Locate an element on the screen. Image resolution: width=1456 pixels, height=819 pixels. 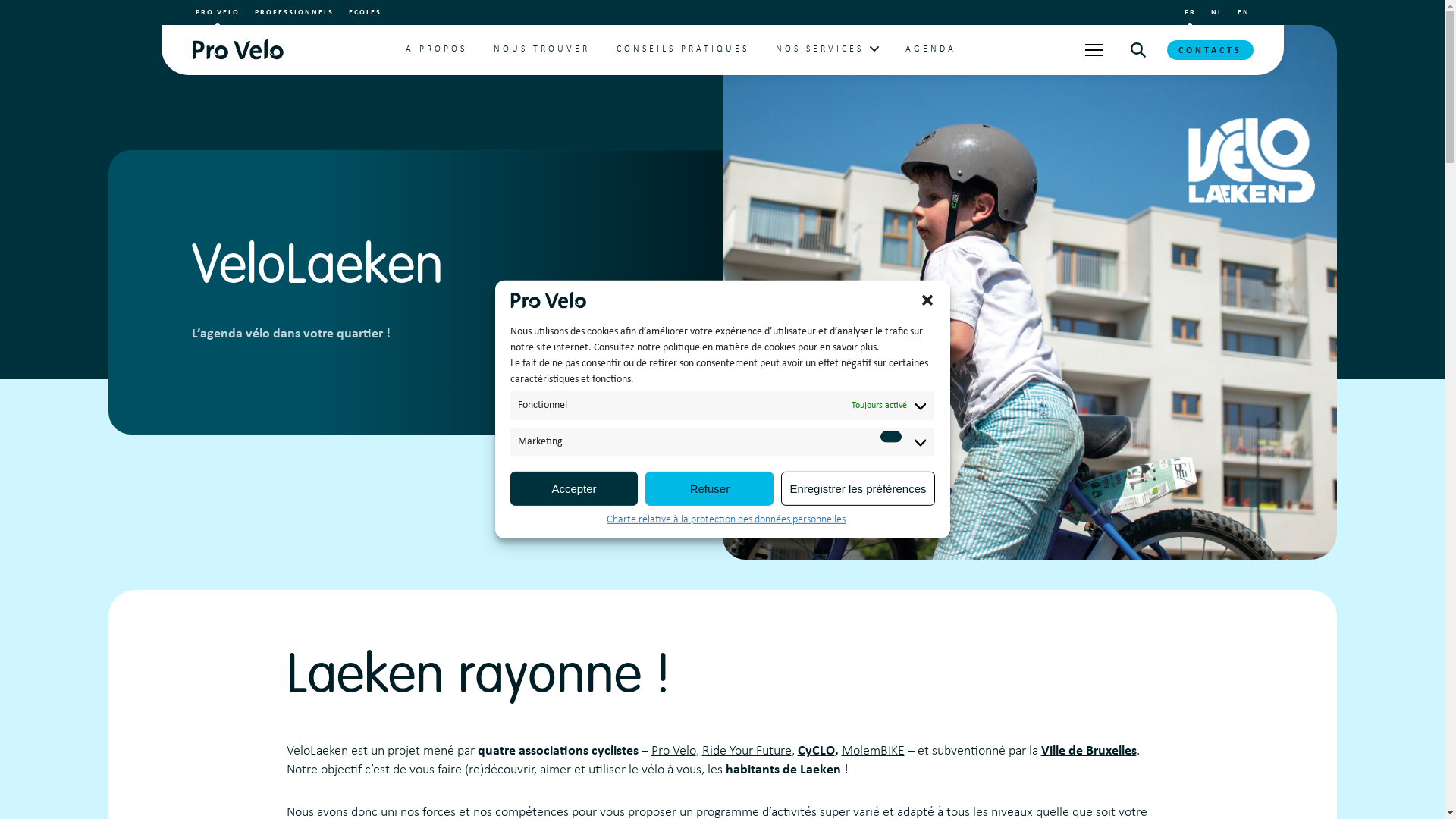
'PROFESSIONNELS' is located at coordinates (294, 12).